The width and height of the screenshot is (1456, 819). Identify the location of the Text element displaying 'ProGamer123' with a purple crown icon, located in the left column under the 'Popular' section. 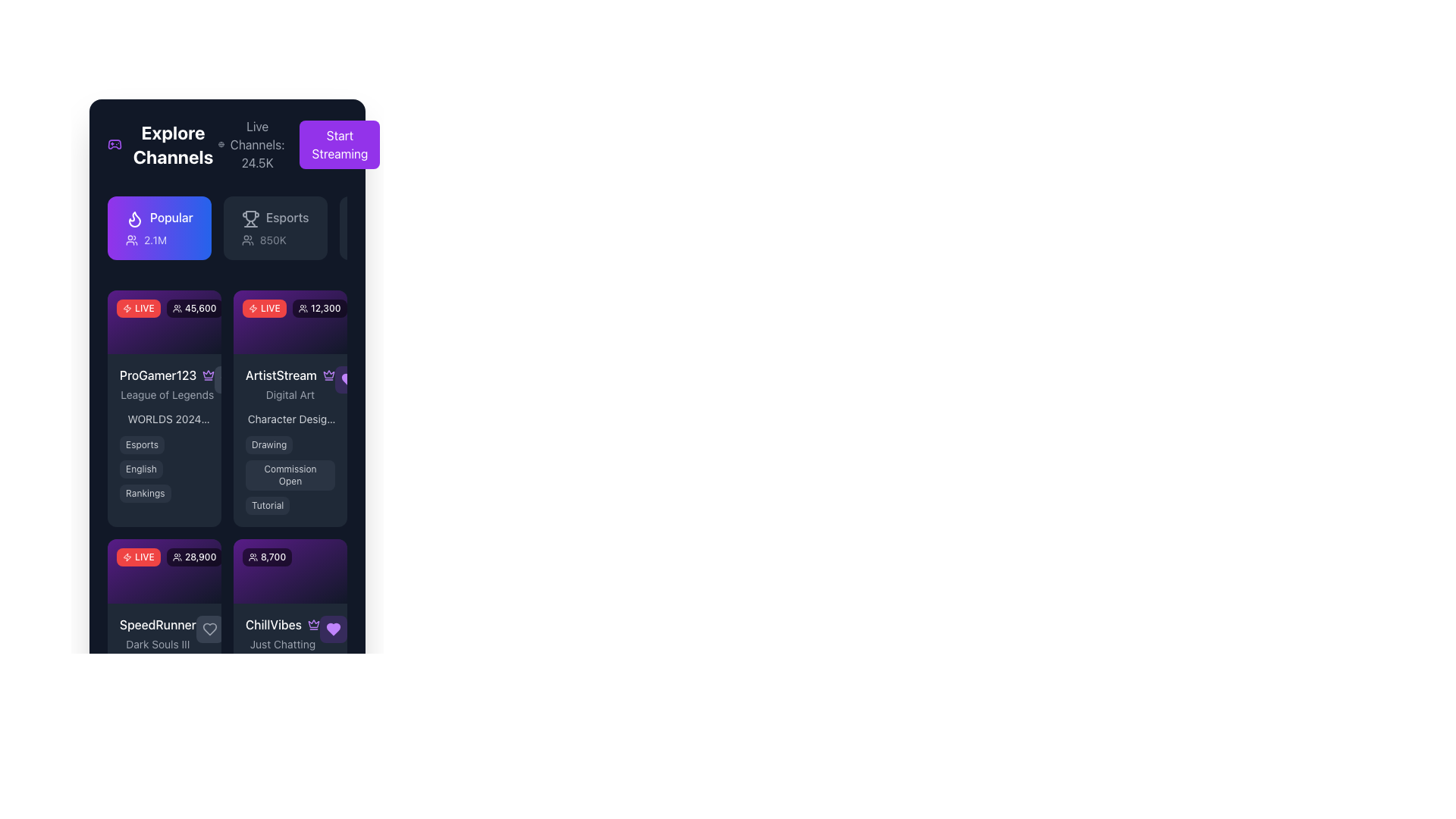
(164, 383).